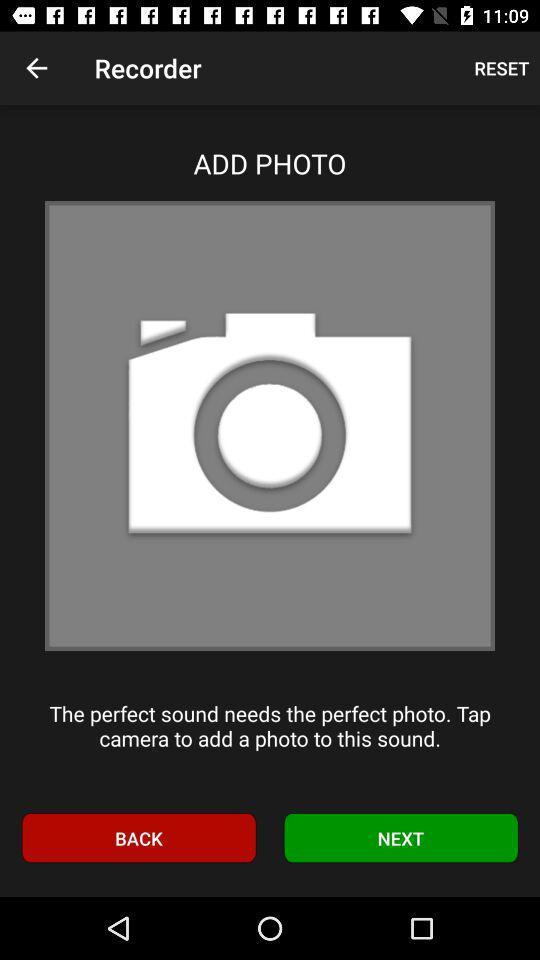  I want to click on a photo, so click(270, 425).